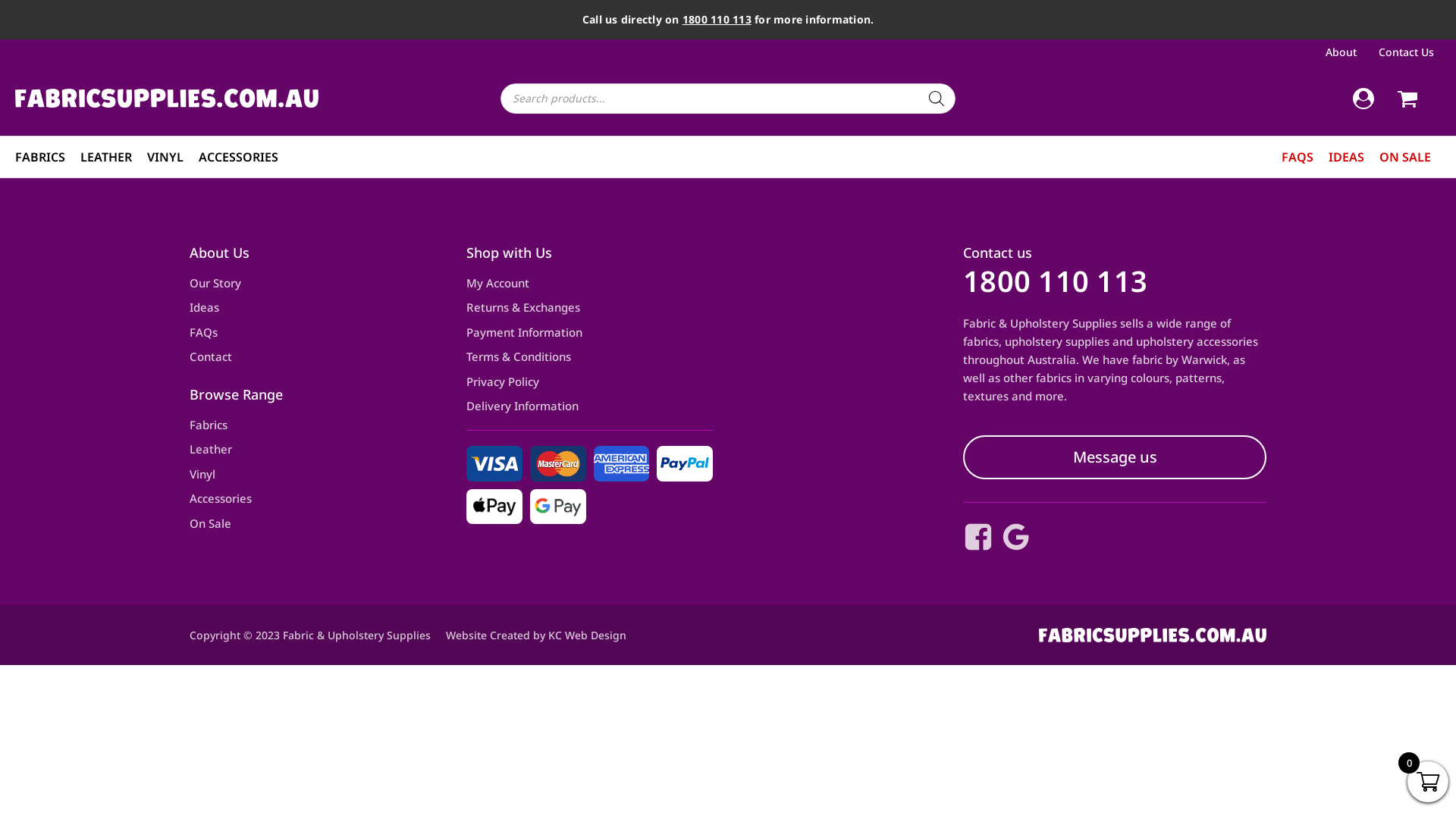  What do you see at coordinates (519, 356) in the screenshot?
I see `'Terms & Conditions'` at bounding box center [519, 356].